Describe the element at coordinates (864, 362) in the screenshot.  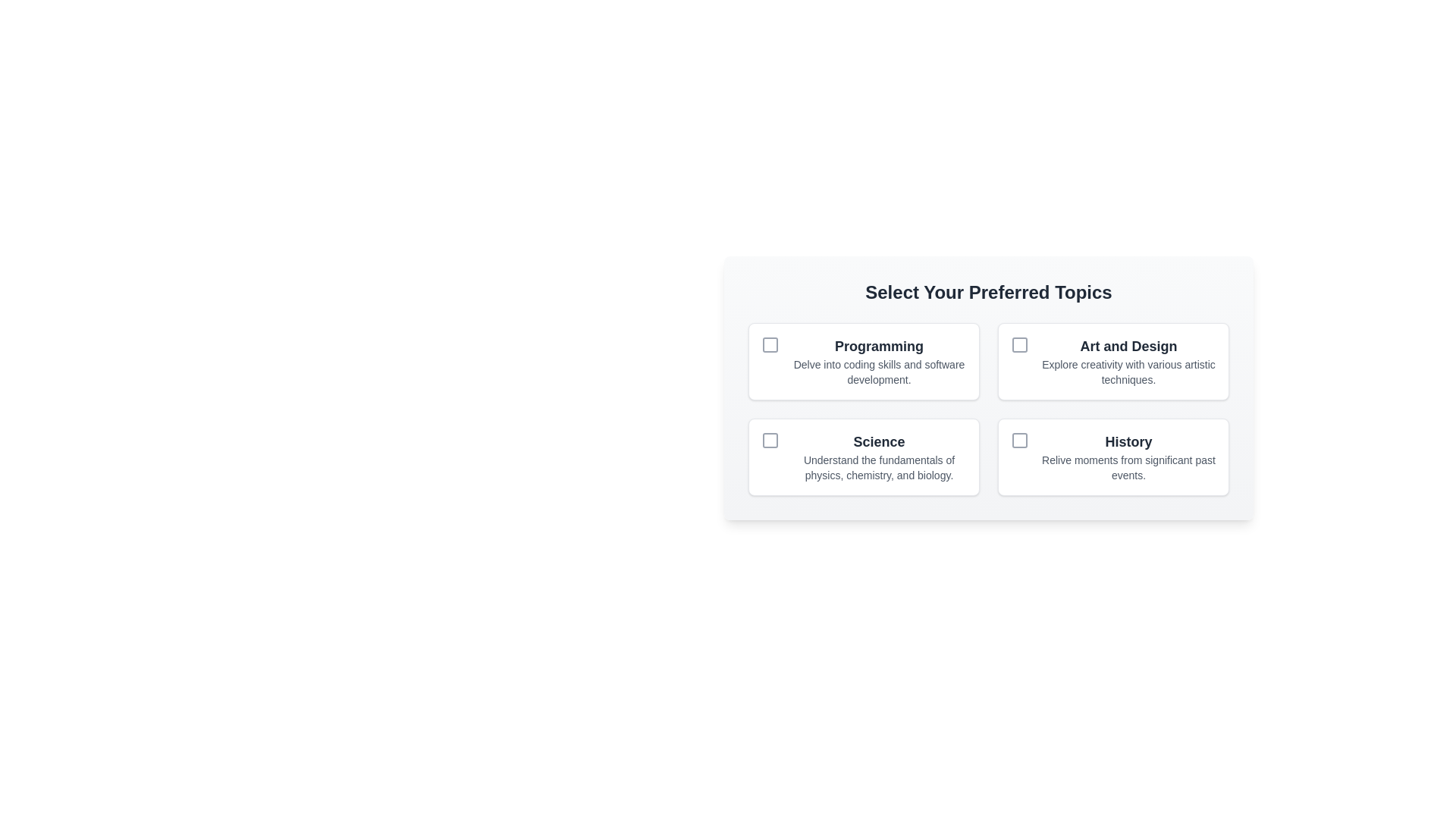
I see `the 'Programming' checkbox option` at that location.